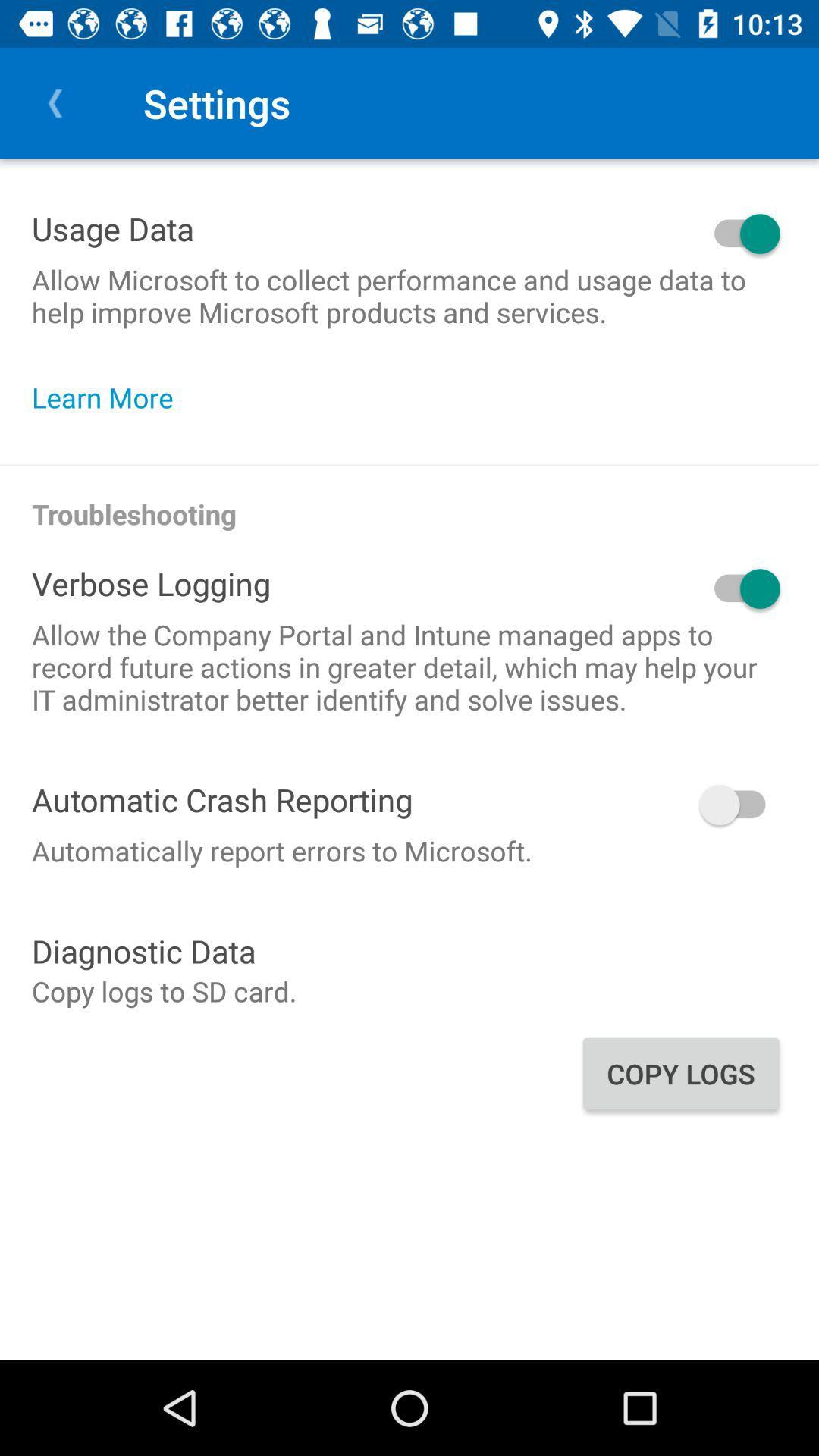 This screenshot has width=819, height=1456. I want to click on onoff button which is right side of the automatic crash reporting, so click(599, 804).